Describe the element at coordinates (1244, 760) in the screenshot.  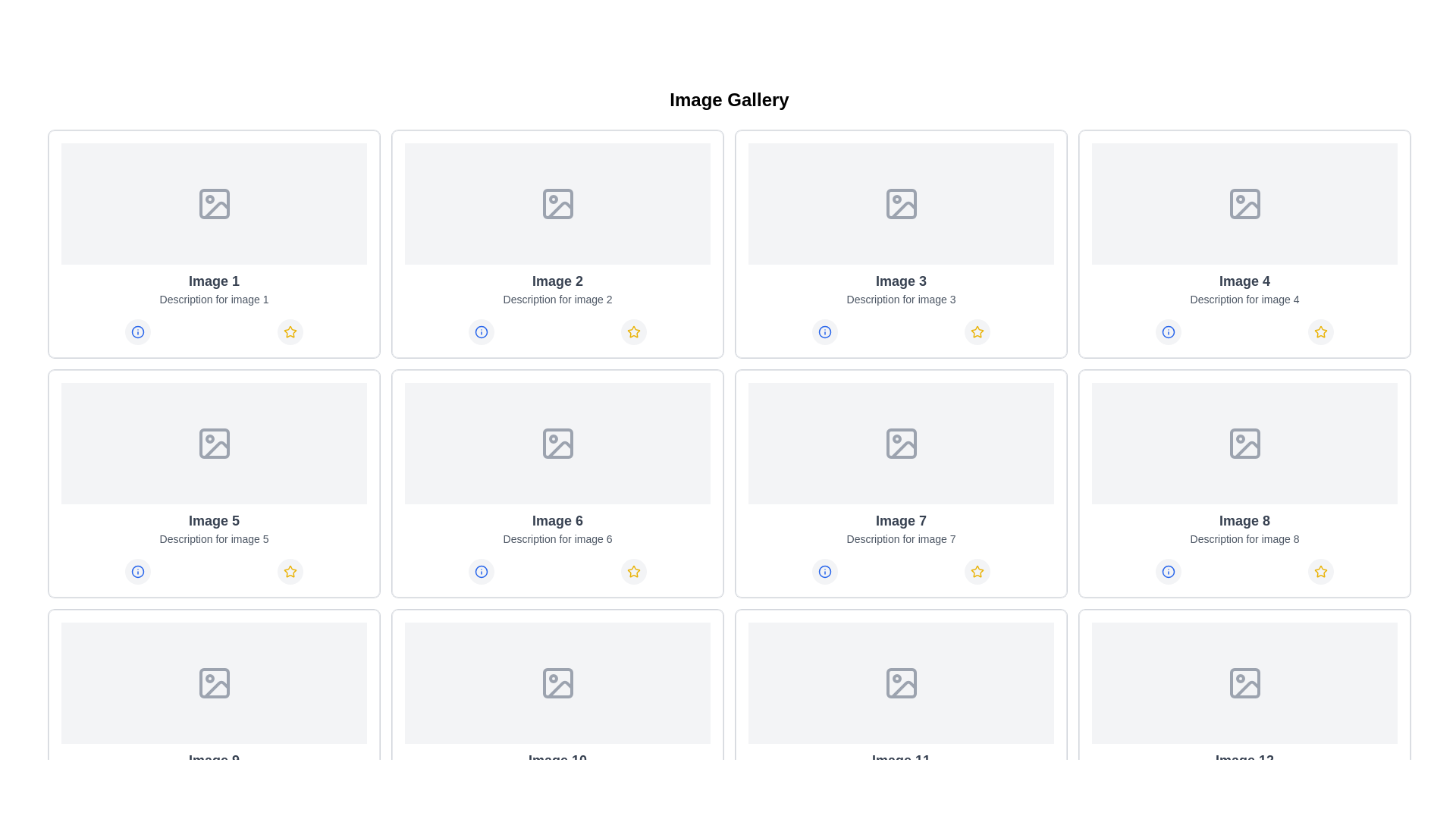
I see `the text label that serves as a title for the associated image or placeholder above it, located in the last row of the grid layout below 'Image 12', and is the second element from the left` at that location.